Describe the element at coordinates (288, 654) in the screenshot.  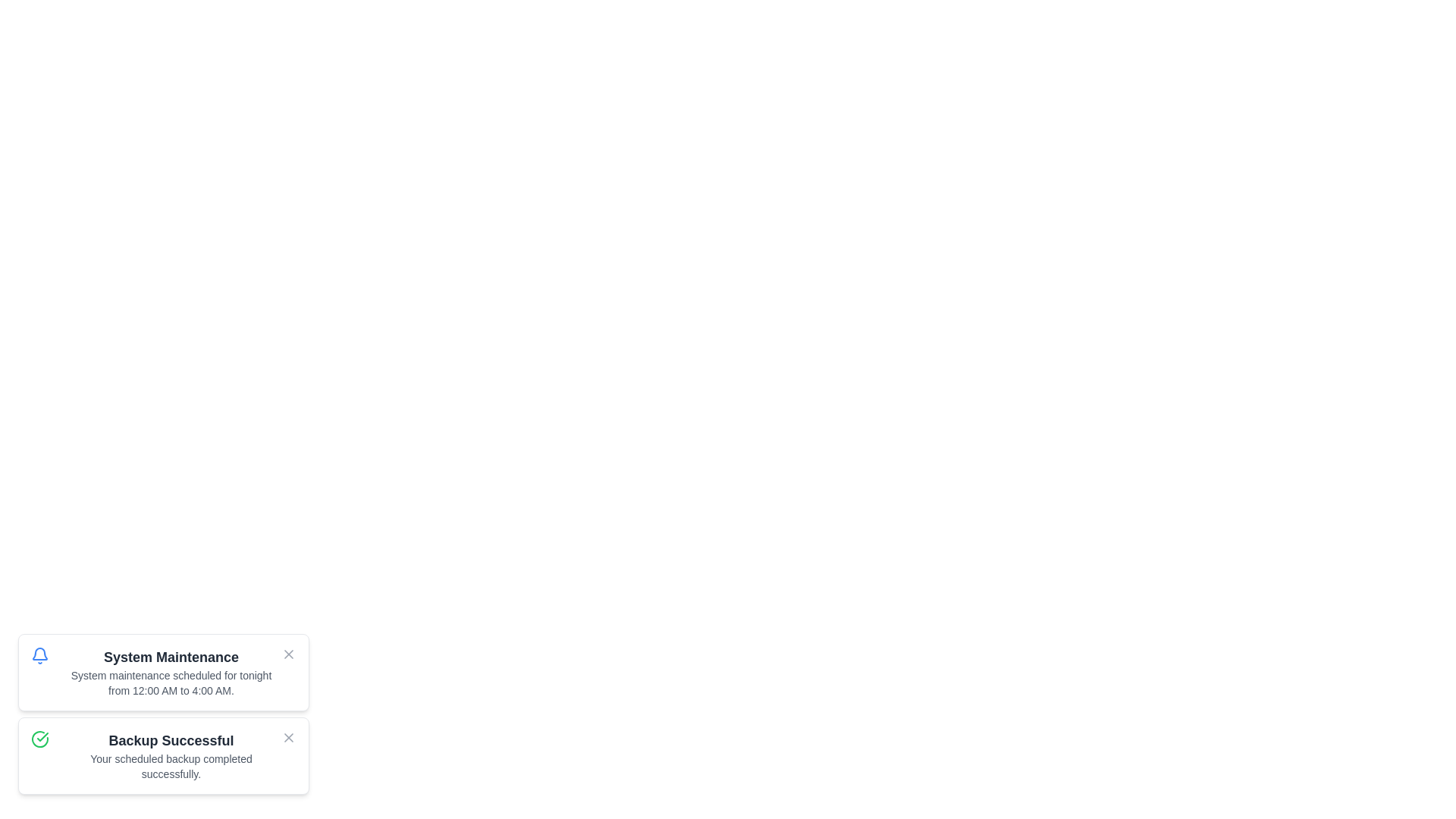
I see `the 'X' button located at the top-right corner of the notification card` at that location.